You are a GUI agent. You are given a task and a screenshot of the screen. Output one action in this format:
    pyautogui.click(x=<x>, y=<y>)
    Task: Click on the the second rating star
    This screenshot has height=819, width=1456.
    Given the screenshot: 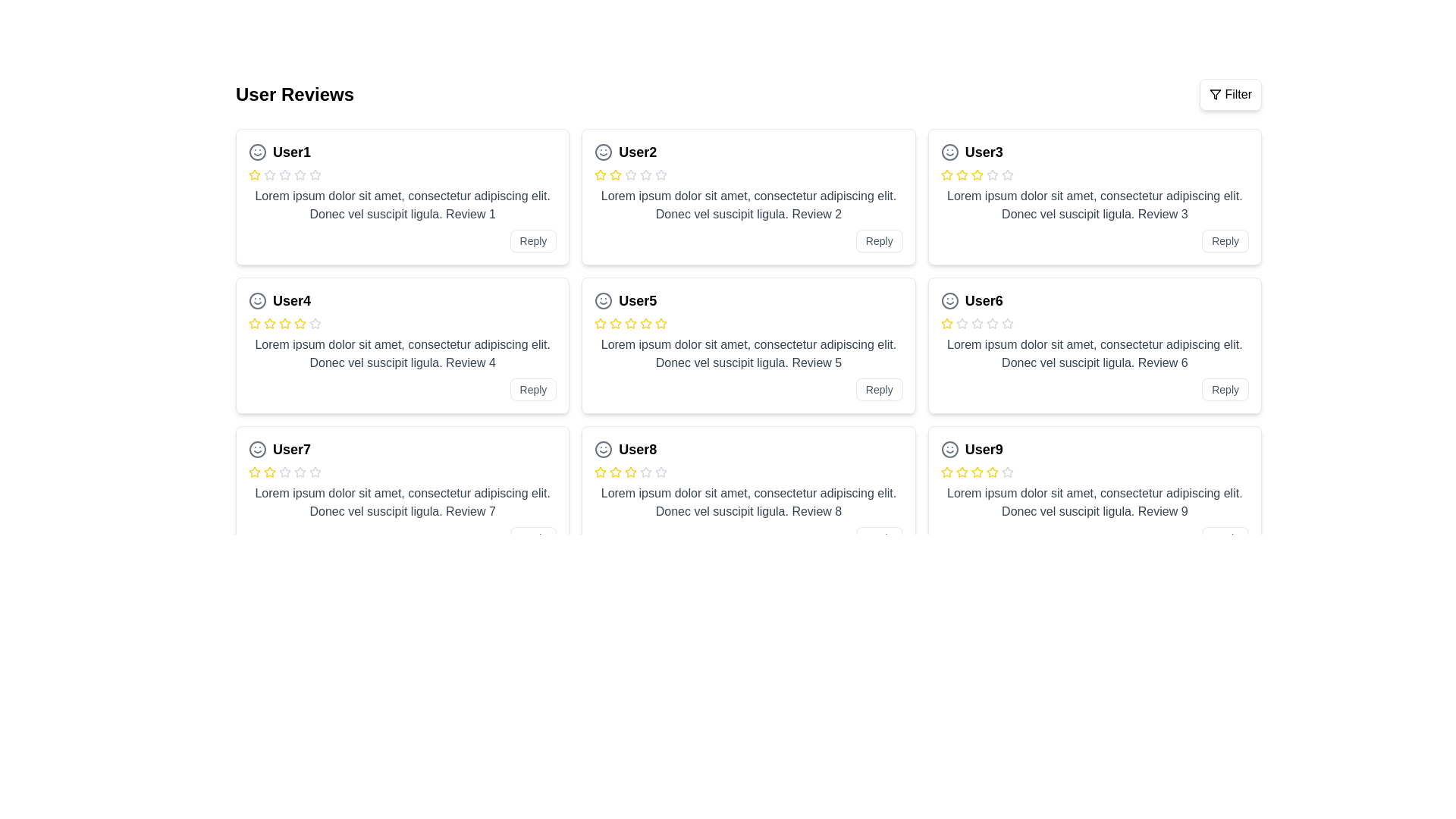 What is the action you would take?
    pyautogui.click(x=615, y=174)
    